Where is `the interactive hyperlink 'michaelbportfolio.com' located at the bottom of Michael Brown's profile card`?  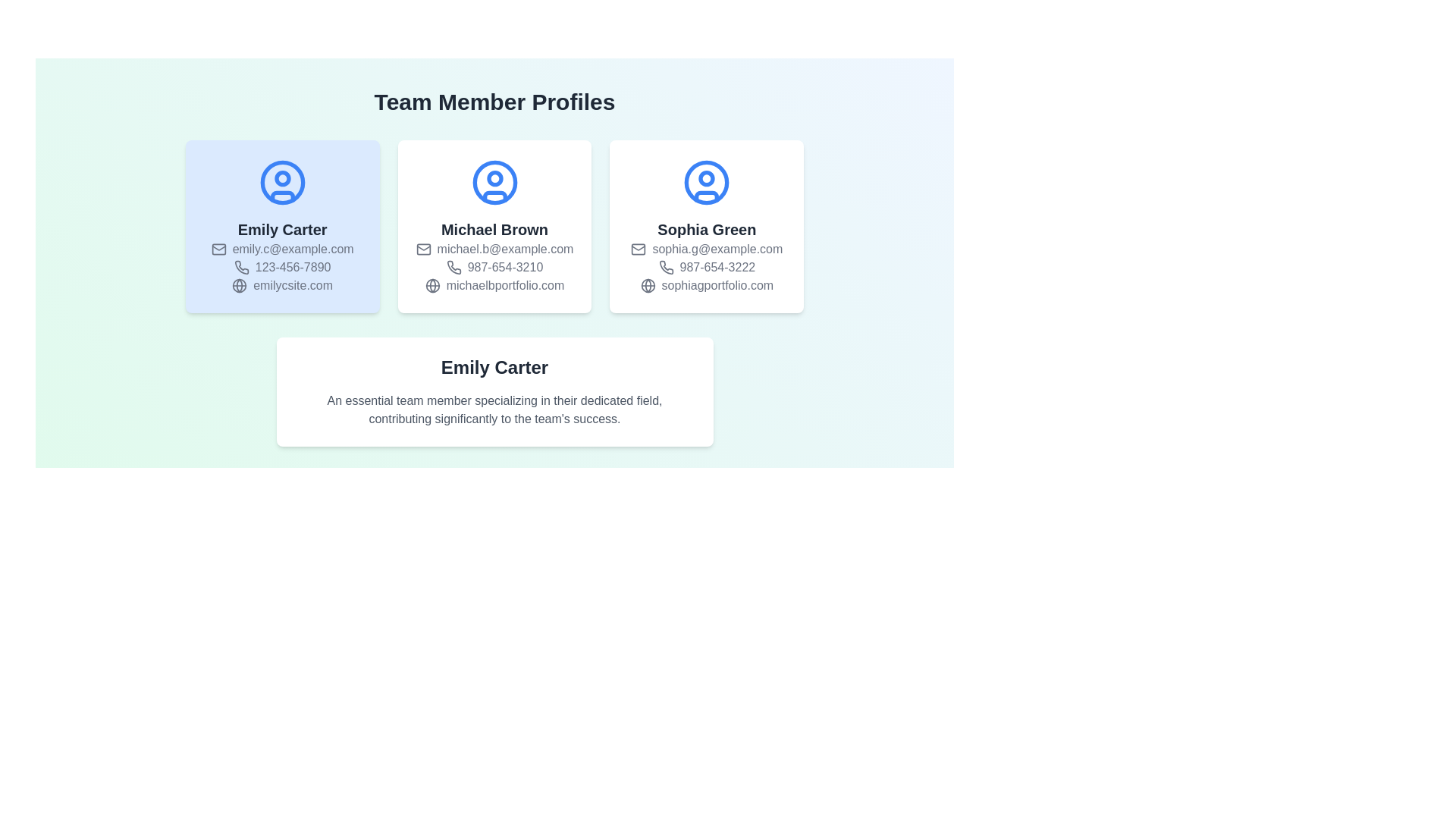 the interactive hyperlink 'michaelbportfolio.com' located at the bottom of Michael Brown's profile card is located at coordinates (494, 286).